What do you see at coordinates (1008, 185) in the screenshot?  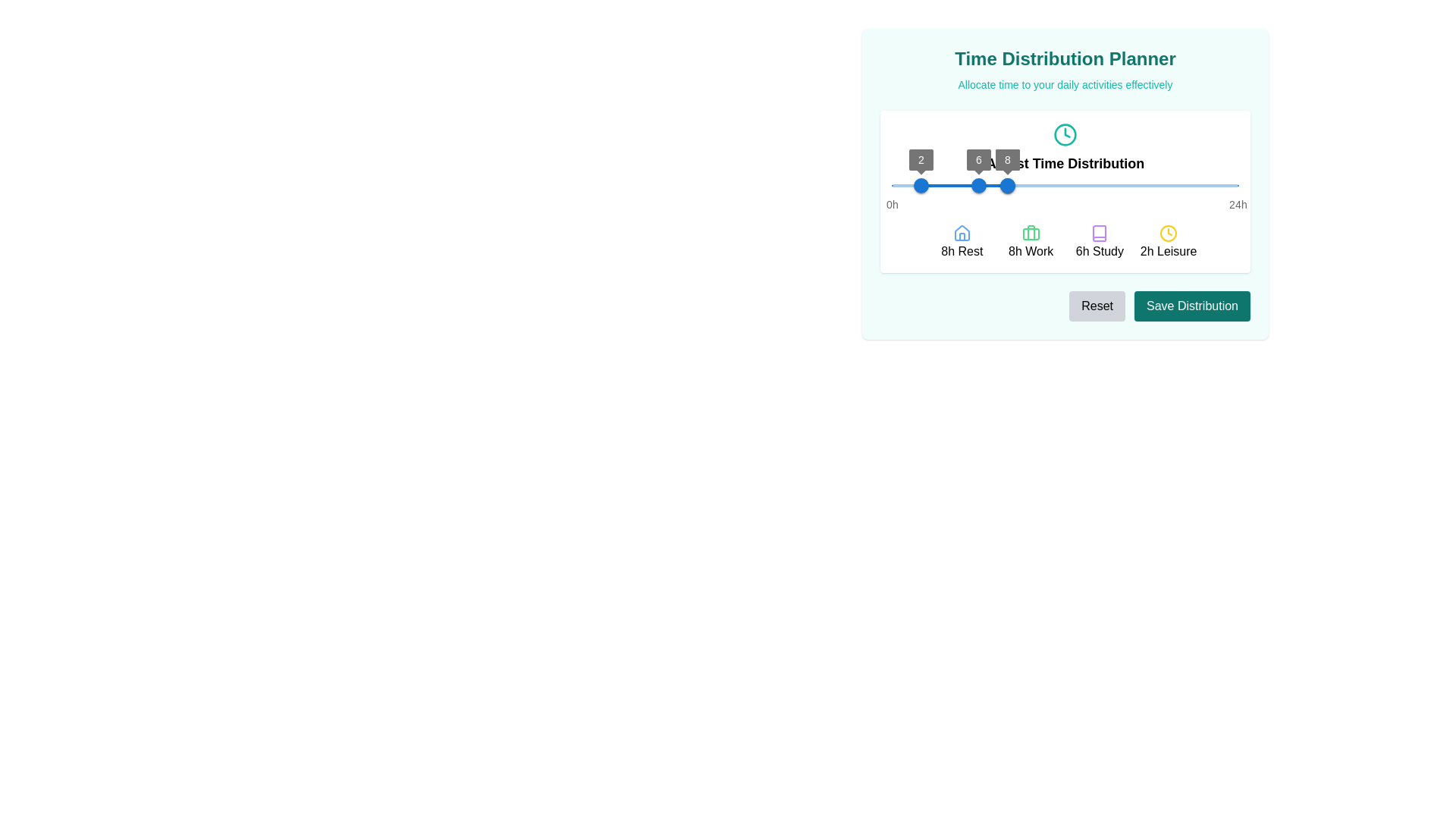 I see `the blue circular thumb of the slider representing '8', which is the third thumb from the left` at bounding box center [1008, 185].